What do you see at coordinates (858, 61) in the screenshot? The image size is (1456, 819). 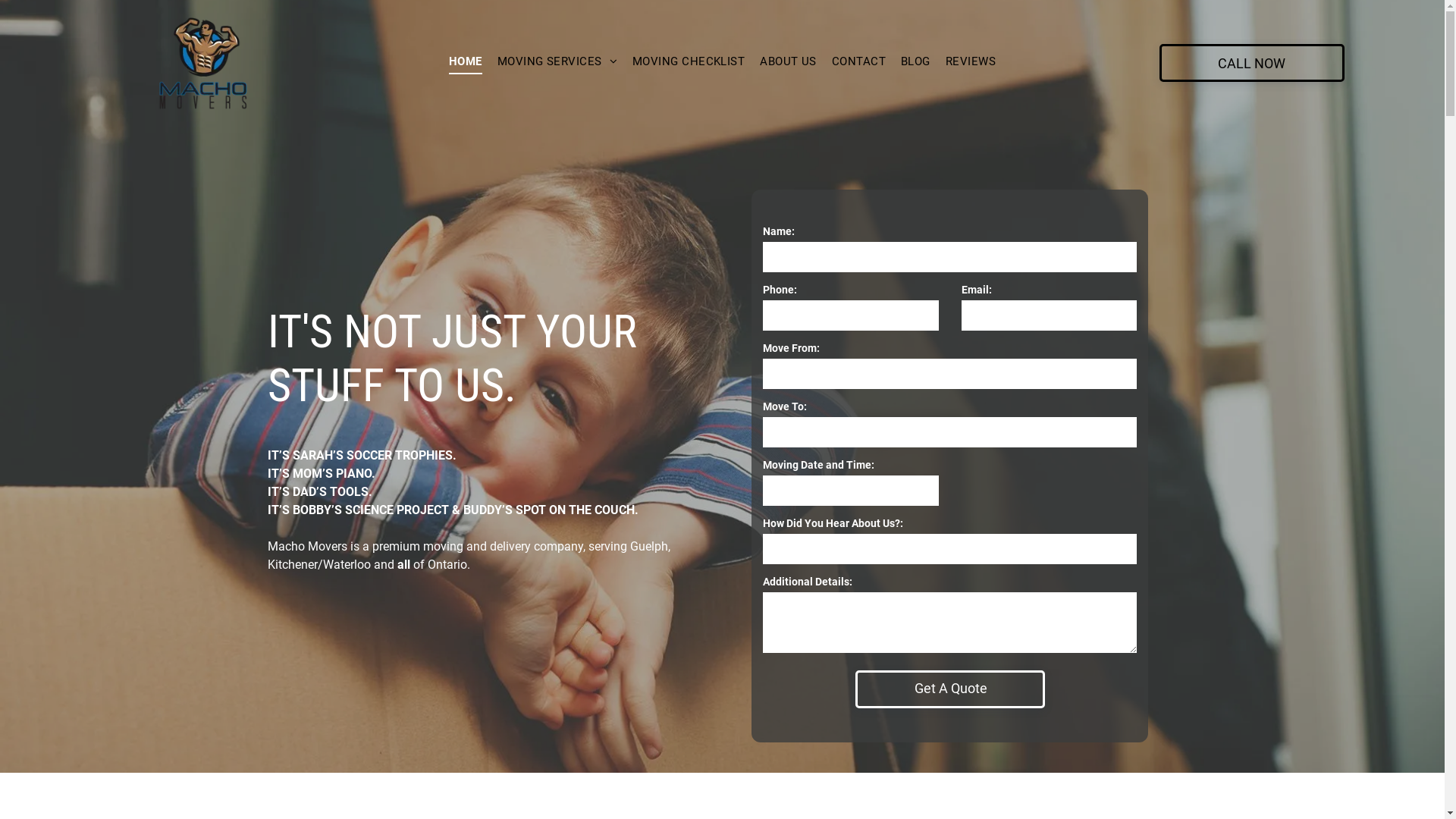 I see `'CONTACT'` at bounding box center [858, 61].